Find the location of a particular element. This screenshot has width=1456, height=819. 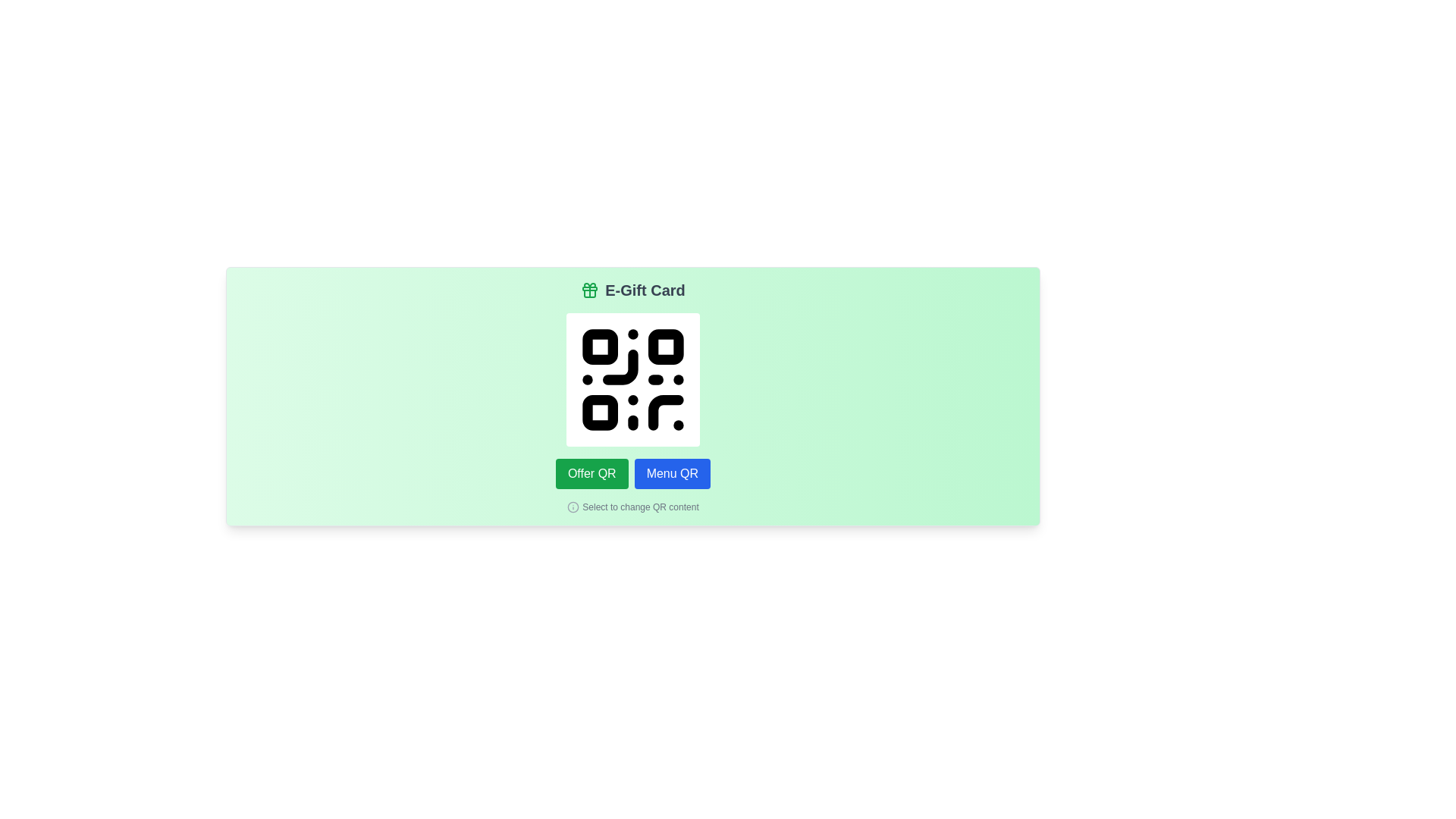

SVG Circle element located at the center of the icon within the top-left region of the green card interface is located at coordinates (573, 507).